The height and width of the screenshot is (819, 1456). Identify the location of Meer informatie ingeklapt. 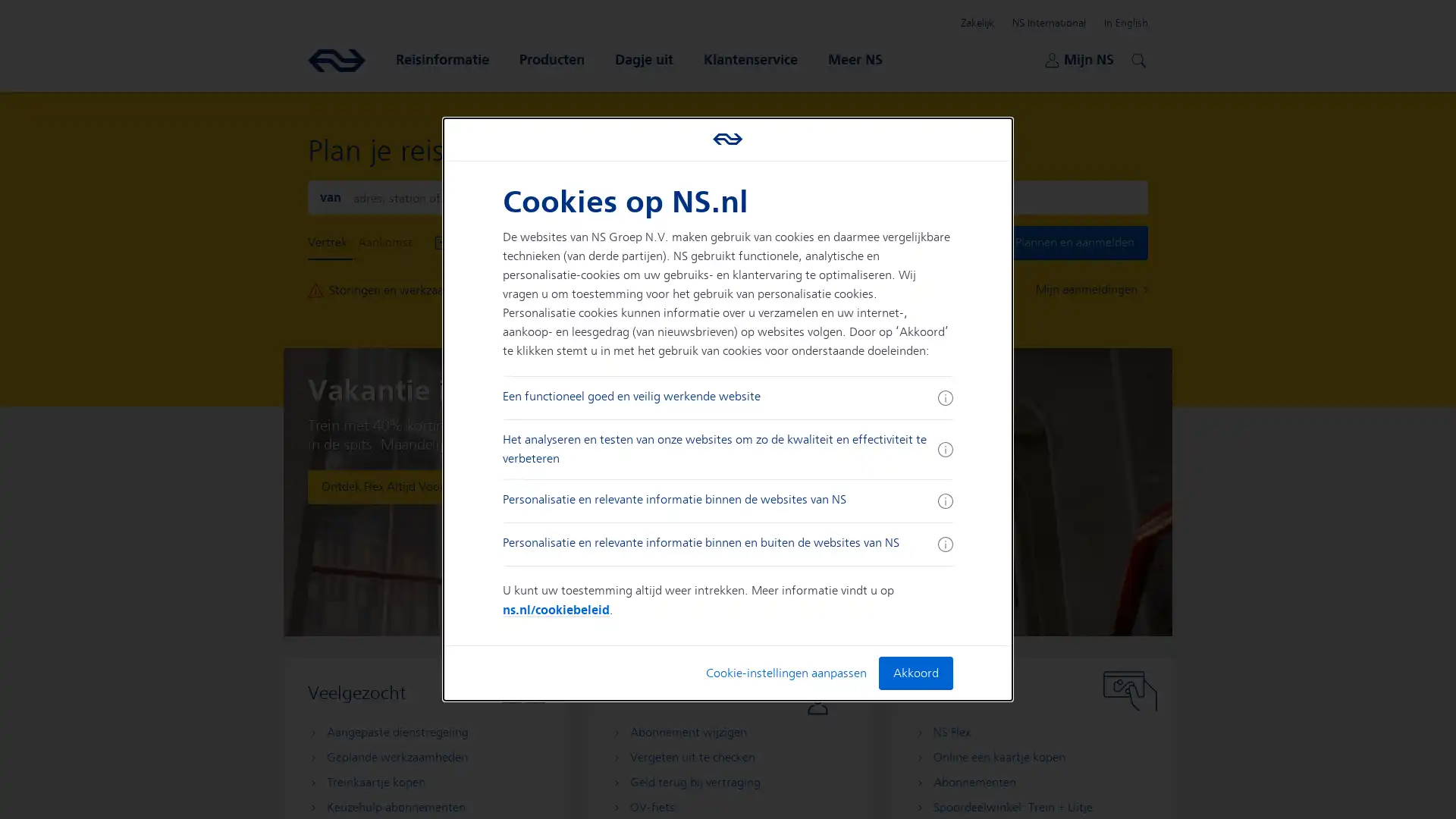
(944, 543).